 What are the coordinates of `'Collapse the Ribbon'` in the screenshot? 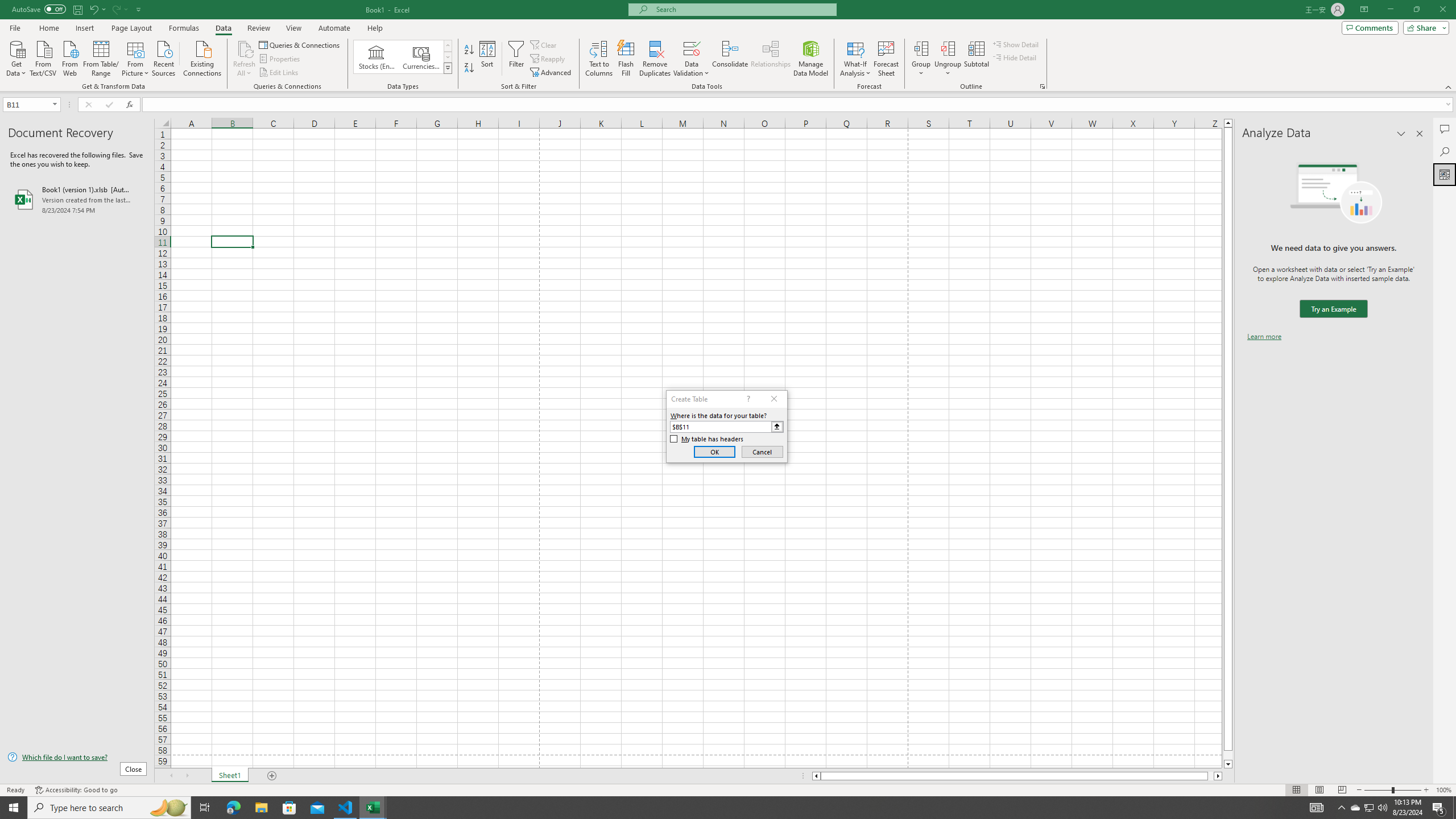 It's located at (1449, 87).